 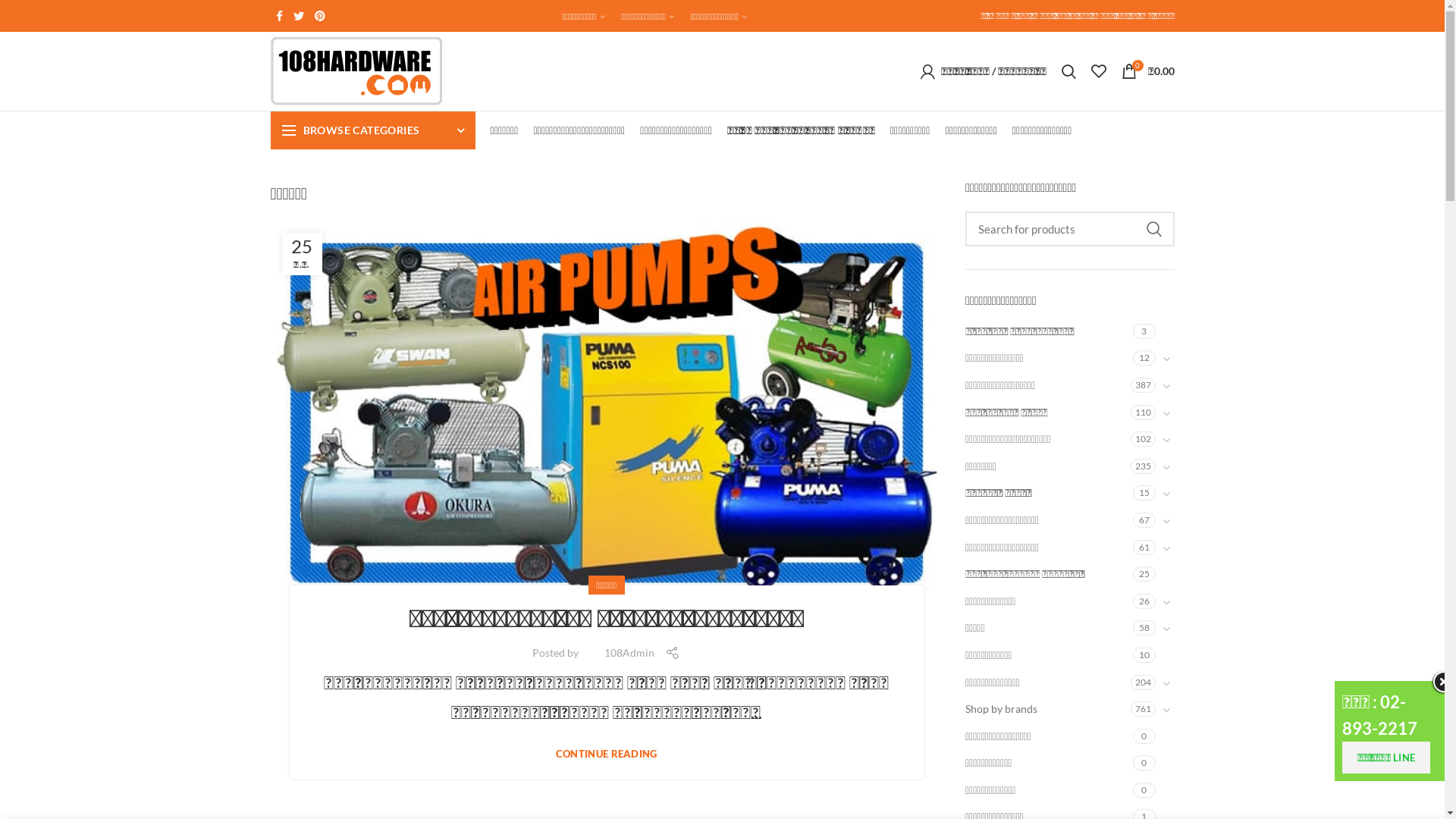 I want to click on 'Log in', so click(x=920, y=298).